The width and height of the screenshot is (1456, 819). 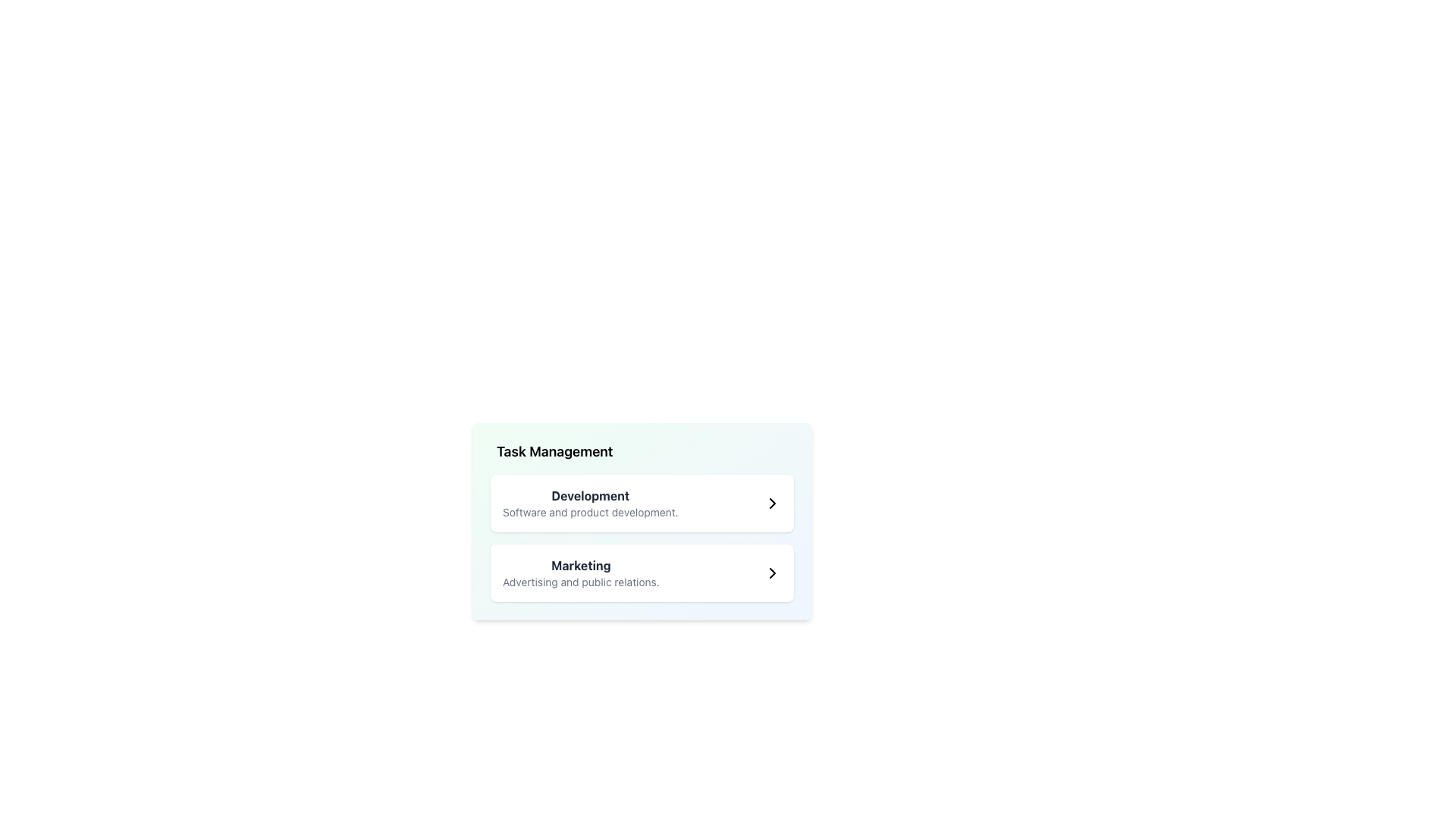 What do you see at coordinates (580, 573) in the screenshot?
I see `the Text display element that describes the category 'Marketing' and its subcategory 'Advertising and public relations' for accessibility` at bounding box center [580, 573].